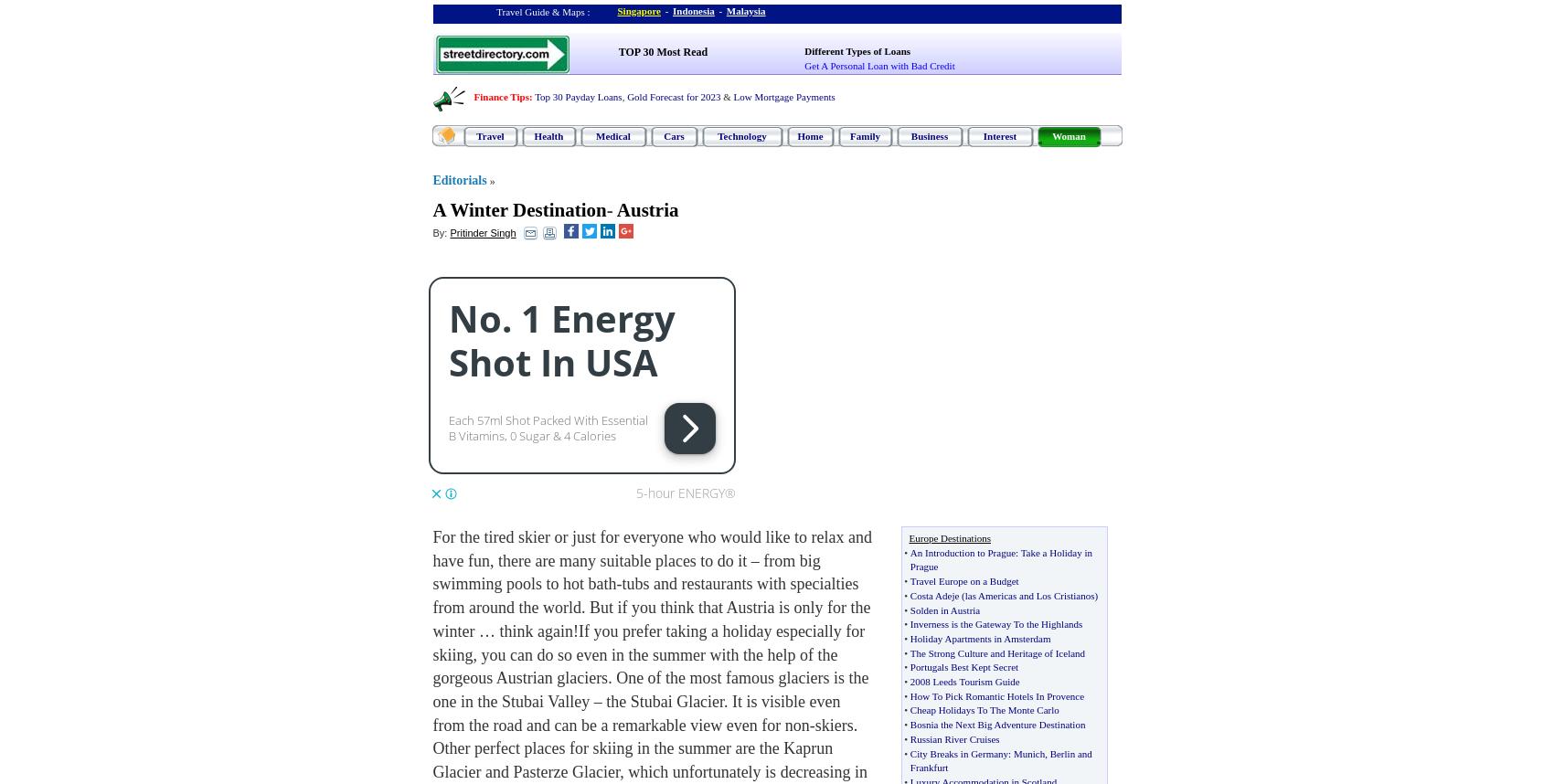 The height and width of the screenshot is (784, 1554). What do you see at coordinates (612, 135) in the screenshot?
I see `'Medical'` at bounding box center [612, 135].